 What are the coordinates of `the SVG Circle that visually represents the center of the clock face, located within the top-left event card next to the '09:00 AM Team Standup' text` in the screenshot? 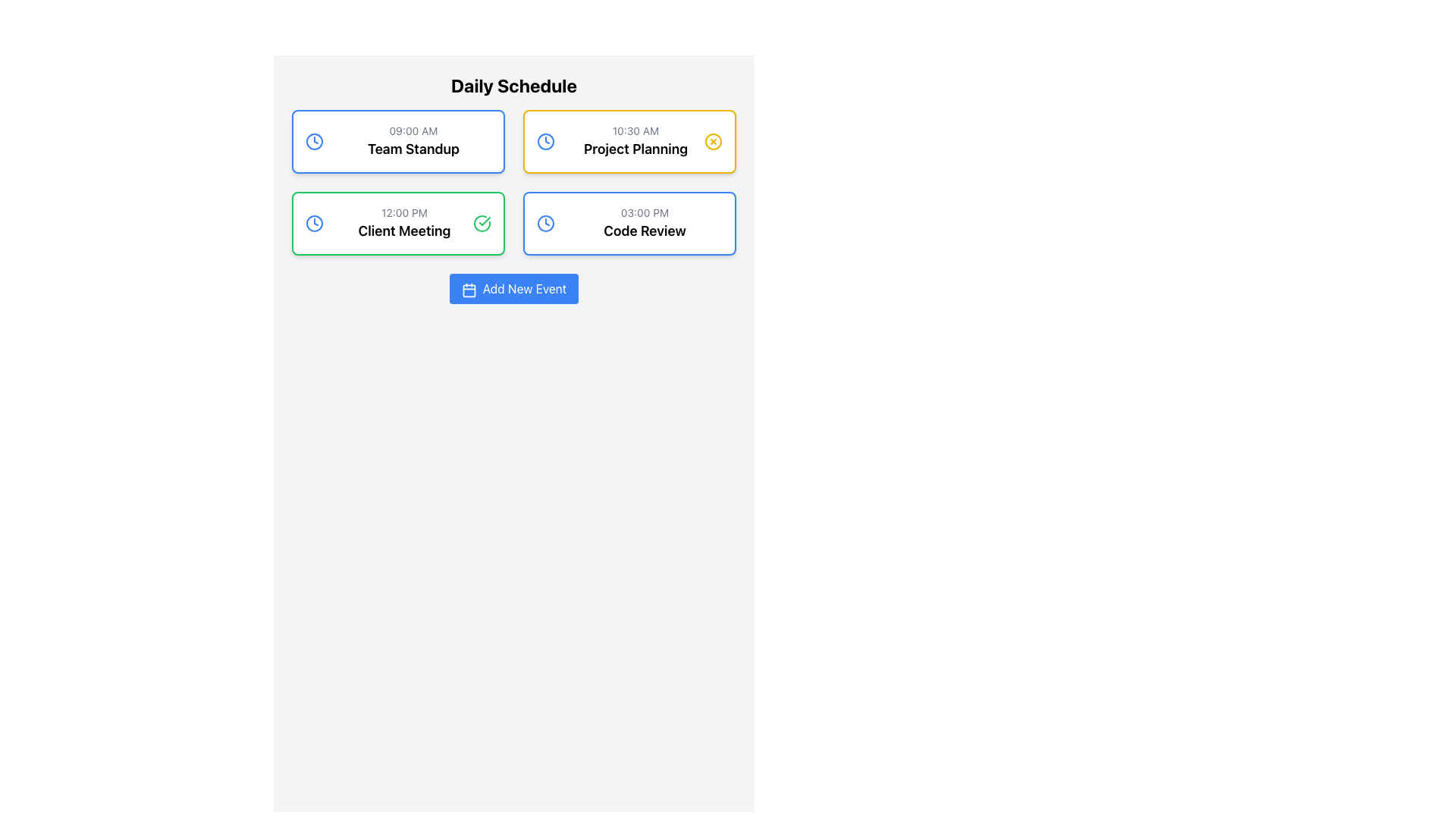 It's located at (313, 141).